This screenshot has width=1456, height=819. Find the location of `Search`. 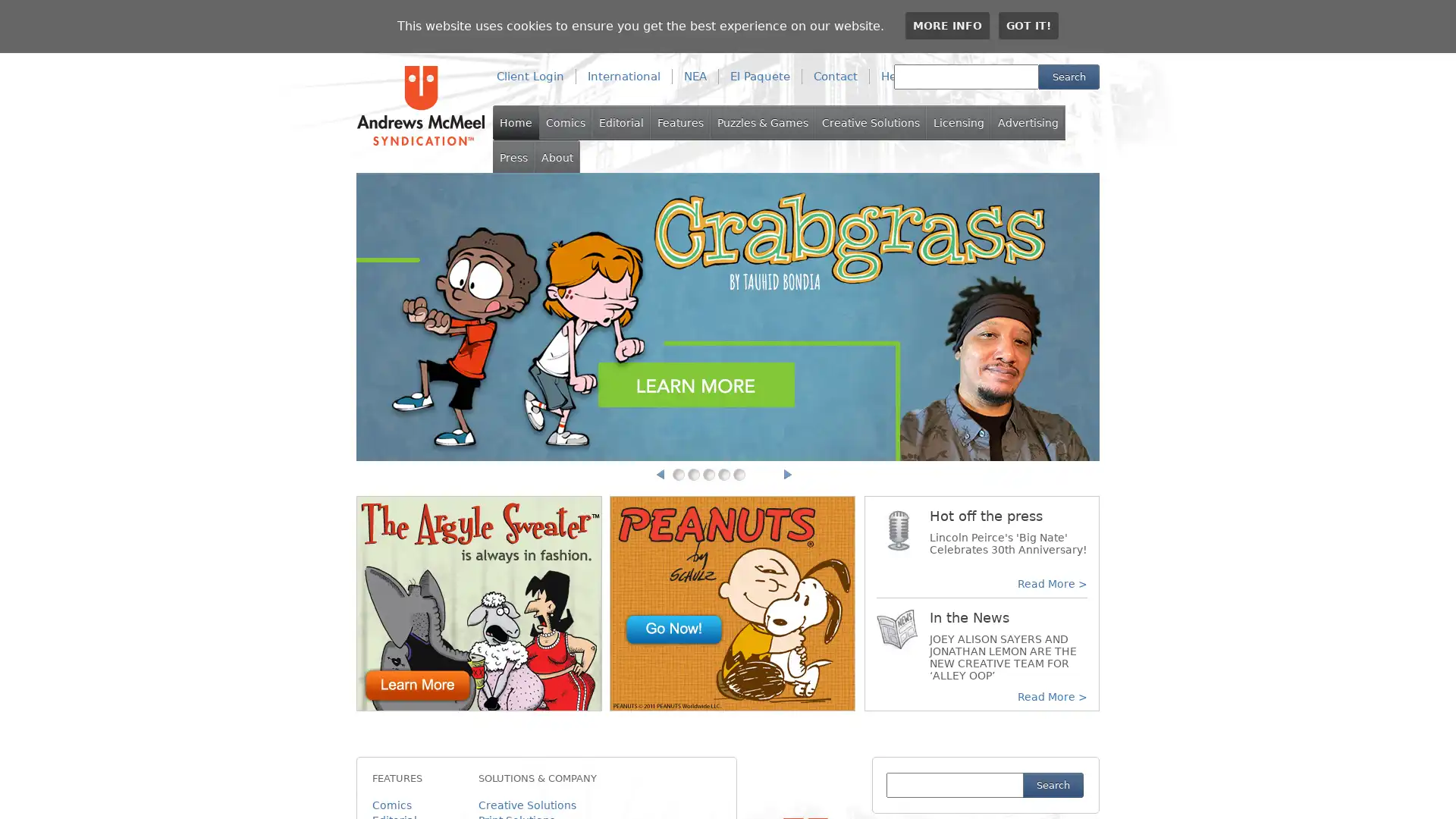

Search is located at coordinates (1068, 77).